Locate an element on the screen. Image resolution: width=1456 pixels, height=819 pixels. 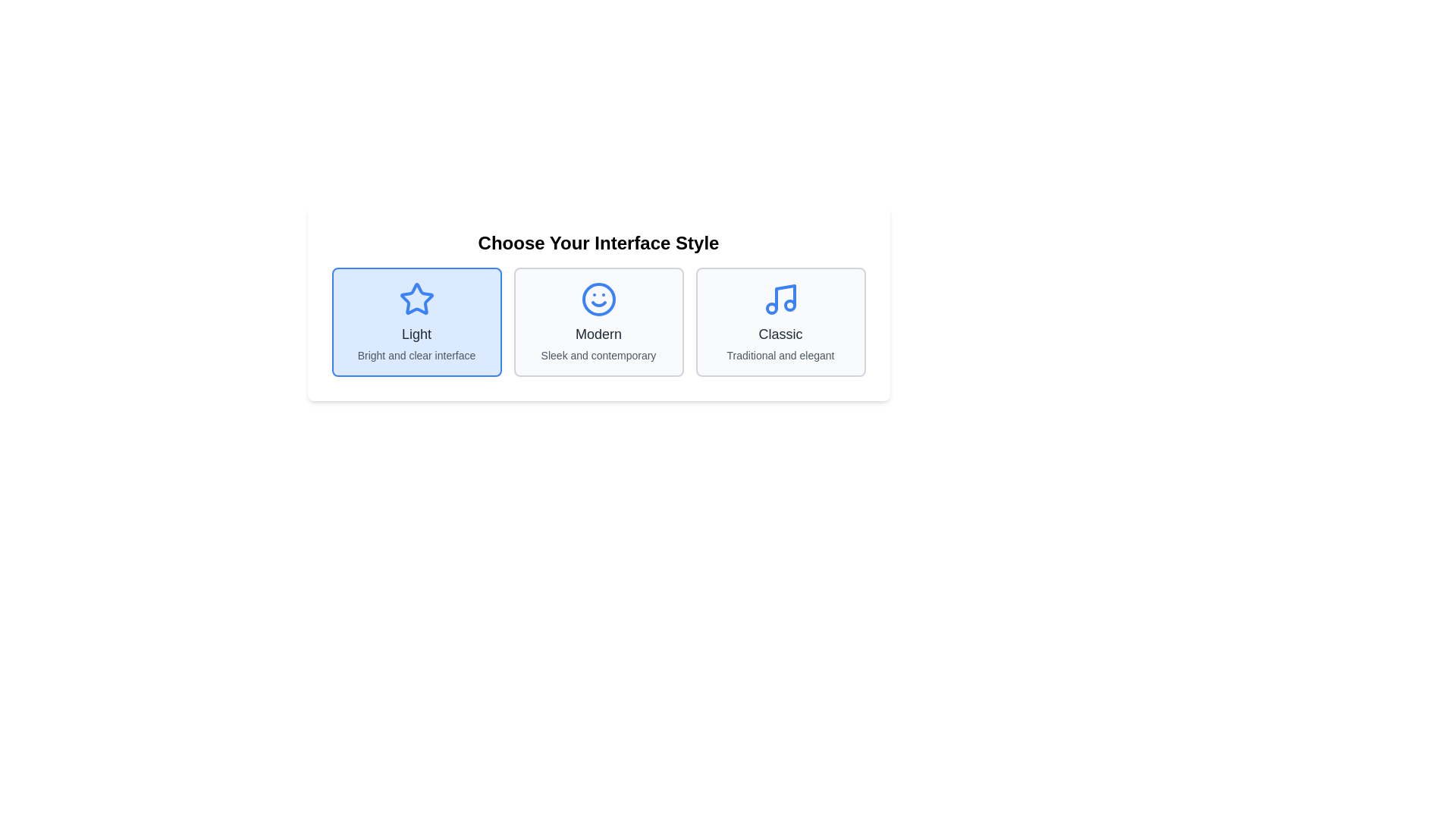
the circular outline icon in the 'Modern' style selection, which is part of a smiley face icon is located at coordinates (598, 299).